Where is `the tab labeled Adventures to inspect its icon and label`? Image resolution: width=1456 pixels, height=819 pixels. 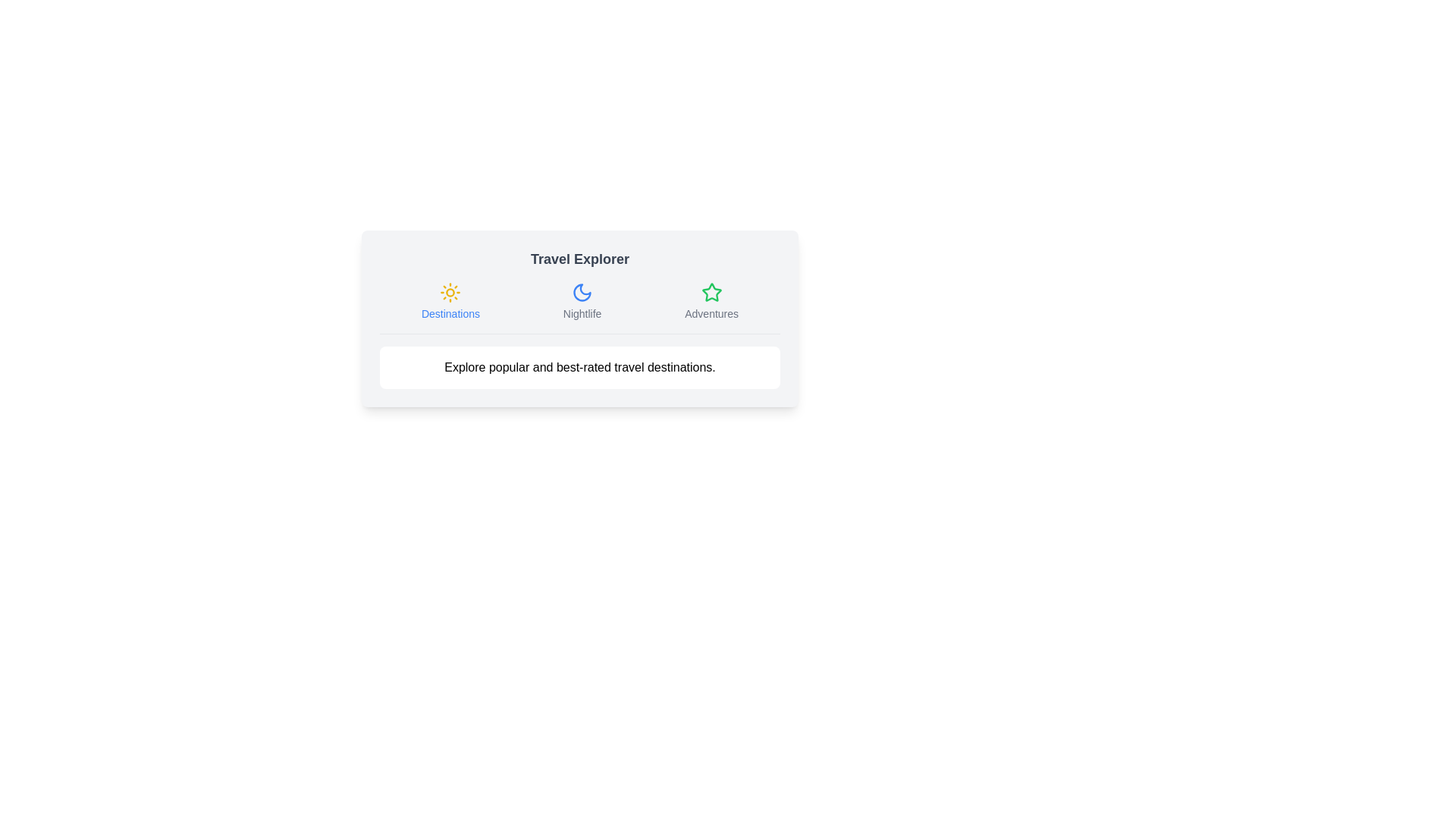 the tab labeled Adventures to inspect its icon and label is located at coordinates (710, 301).